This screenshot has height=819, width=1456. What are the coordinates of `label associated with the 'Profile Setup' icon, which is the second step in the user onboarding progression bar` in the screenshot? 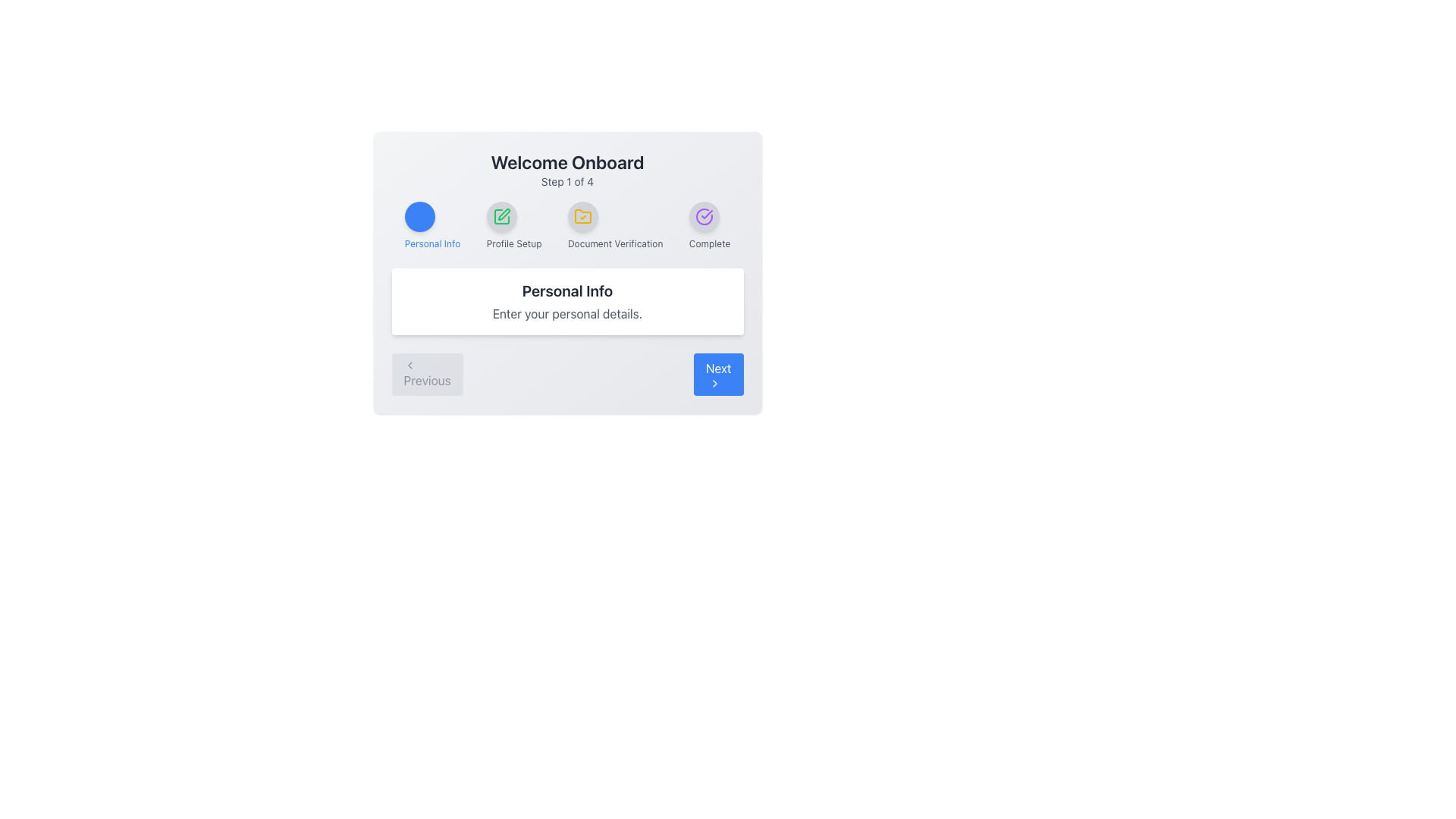 It's located at (501, 216).